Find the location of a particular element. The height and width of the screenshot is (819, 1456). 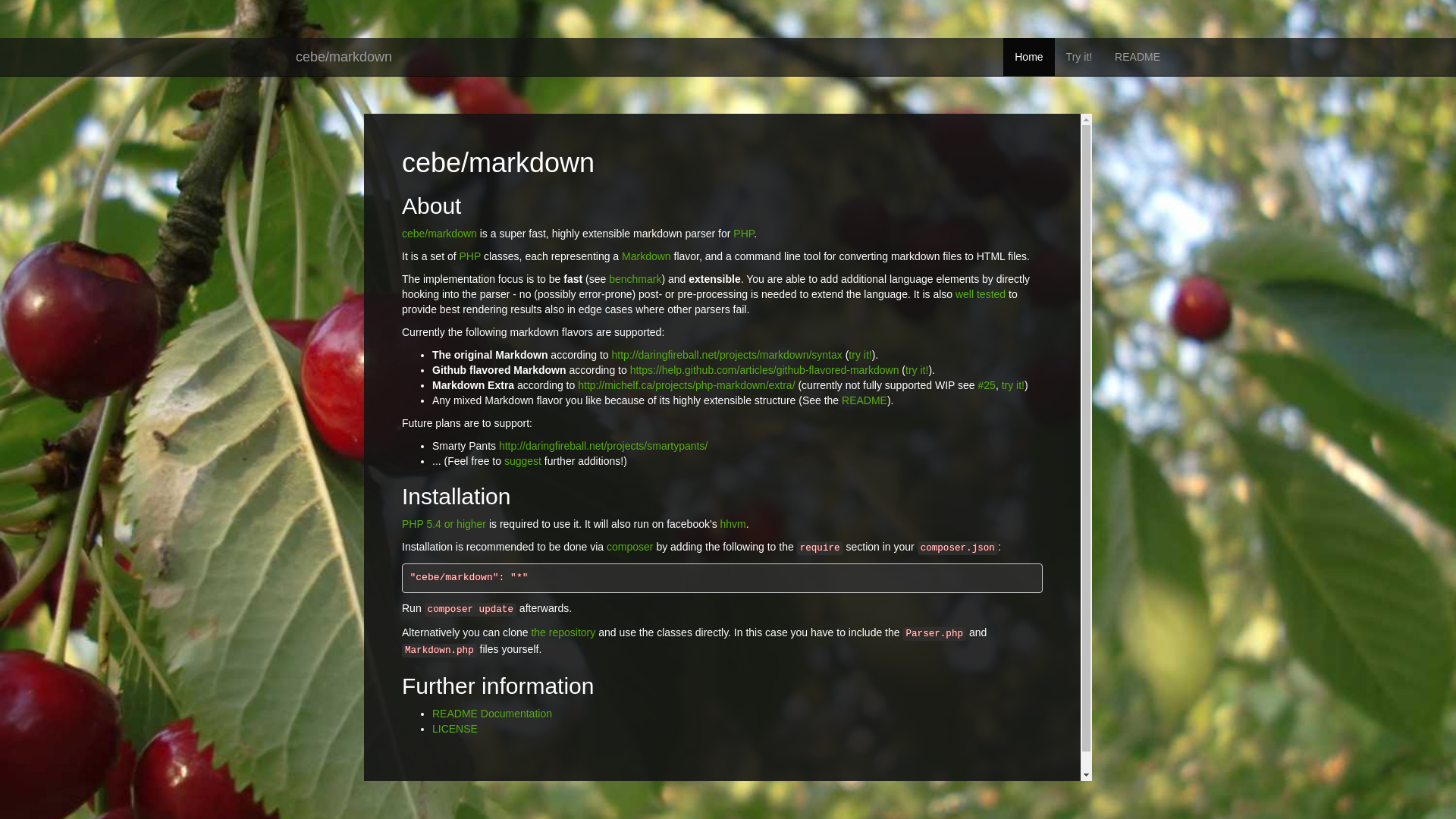

'hhvm' is located at coordinates (733, 522).